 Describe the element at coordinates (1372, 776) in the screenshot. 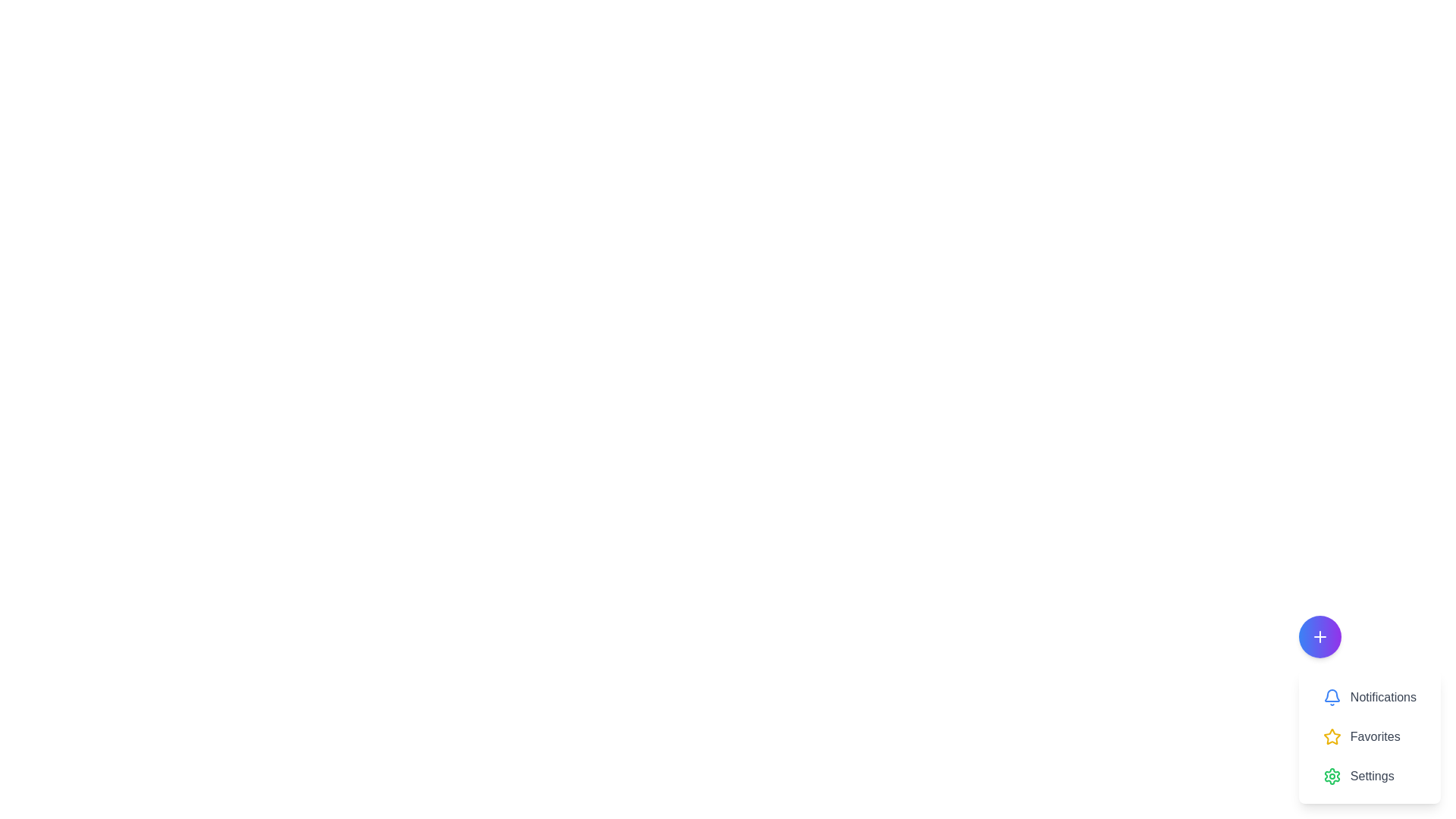

I see `the Text Label that provides information about the settings option, located in the bottom-right corner of the UI adjacent to the settings icon` at that location.